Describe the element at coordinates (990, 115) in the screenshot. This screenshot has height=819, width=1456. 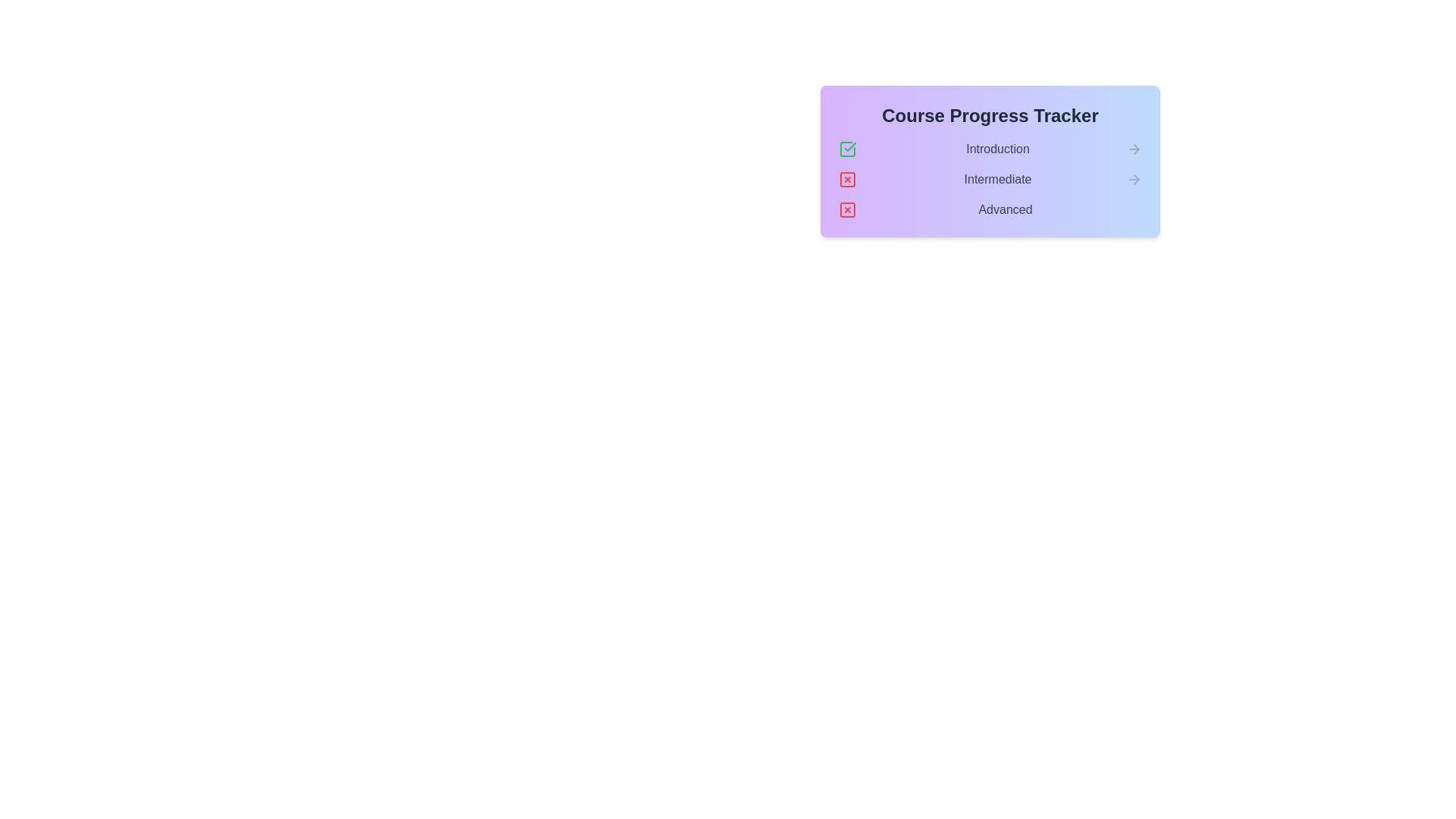
I see `the center of the title text 'Course Progress Tracker' to select it` at that location.